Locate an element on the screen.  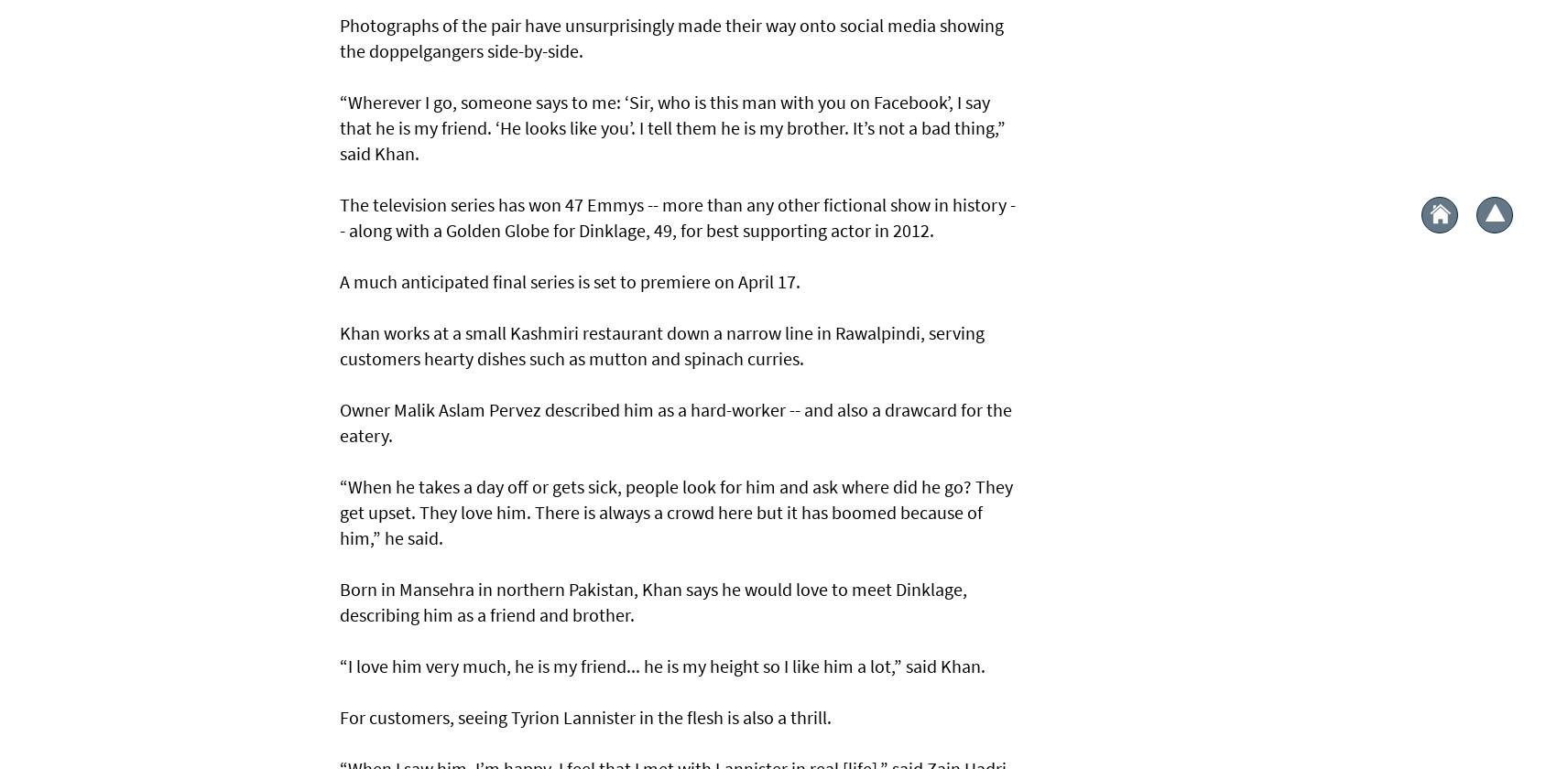
'Born in Mansehra in northern Pakistan, Khan says he would love to meet Dinklage, describing him as a friend and brother.' is located at coordinates (653, 601).